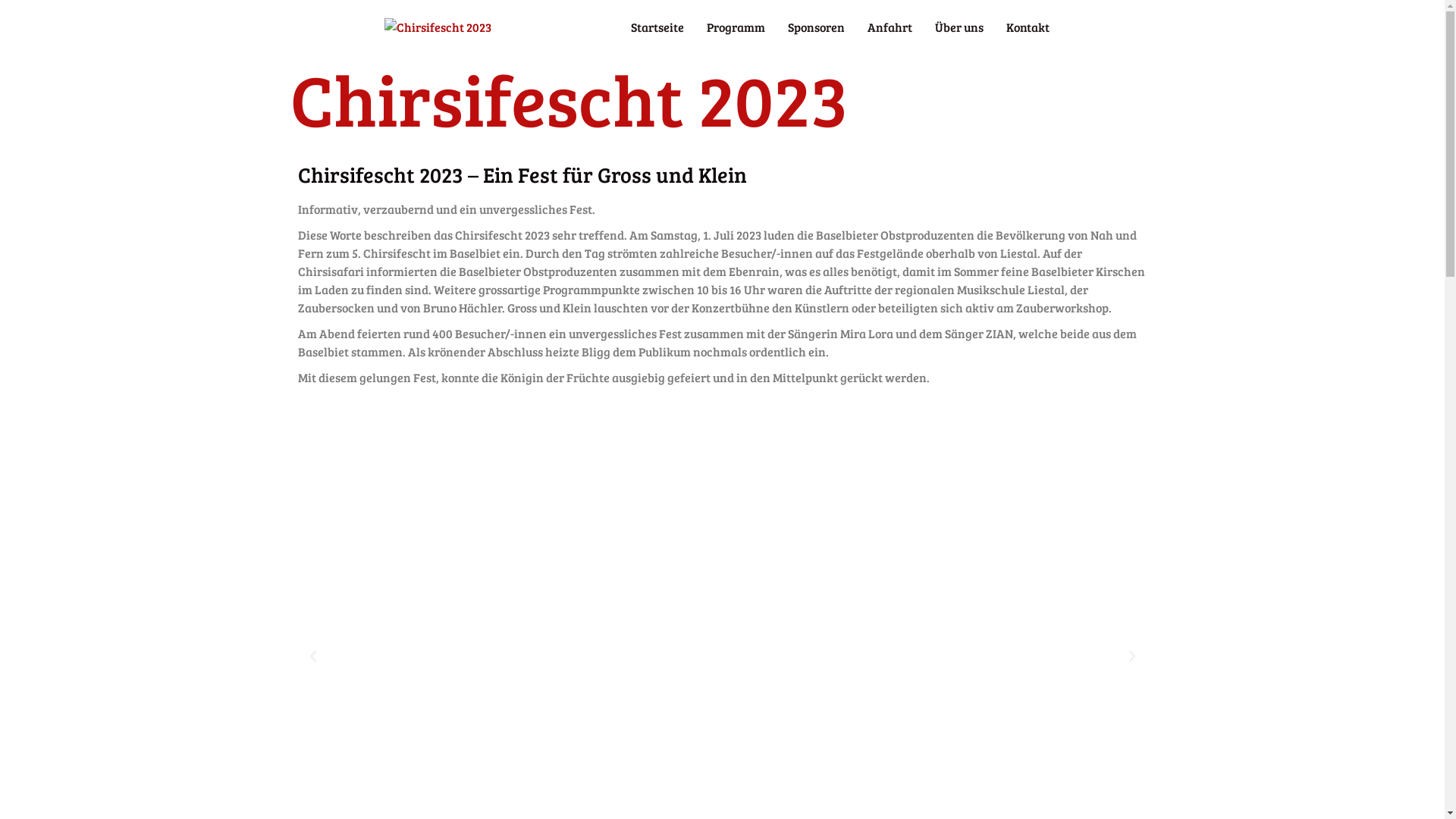 The width and height of the screenshot is (1456, 819). Describe the element at coordinates (735, 27) in the screenshot. I see `'Programm'` at that location.